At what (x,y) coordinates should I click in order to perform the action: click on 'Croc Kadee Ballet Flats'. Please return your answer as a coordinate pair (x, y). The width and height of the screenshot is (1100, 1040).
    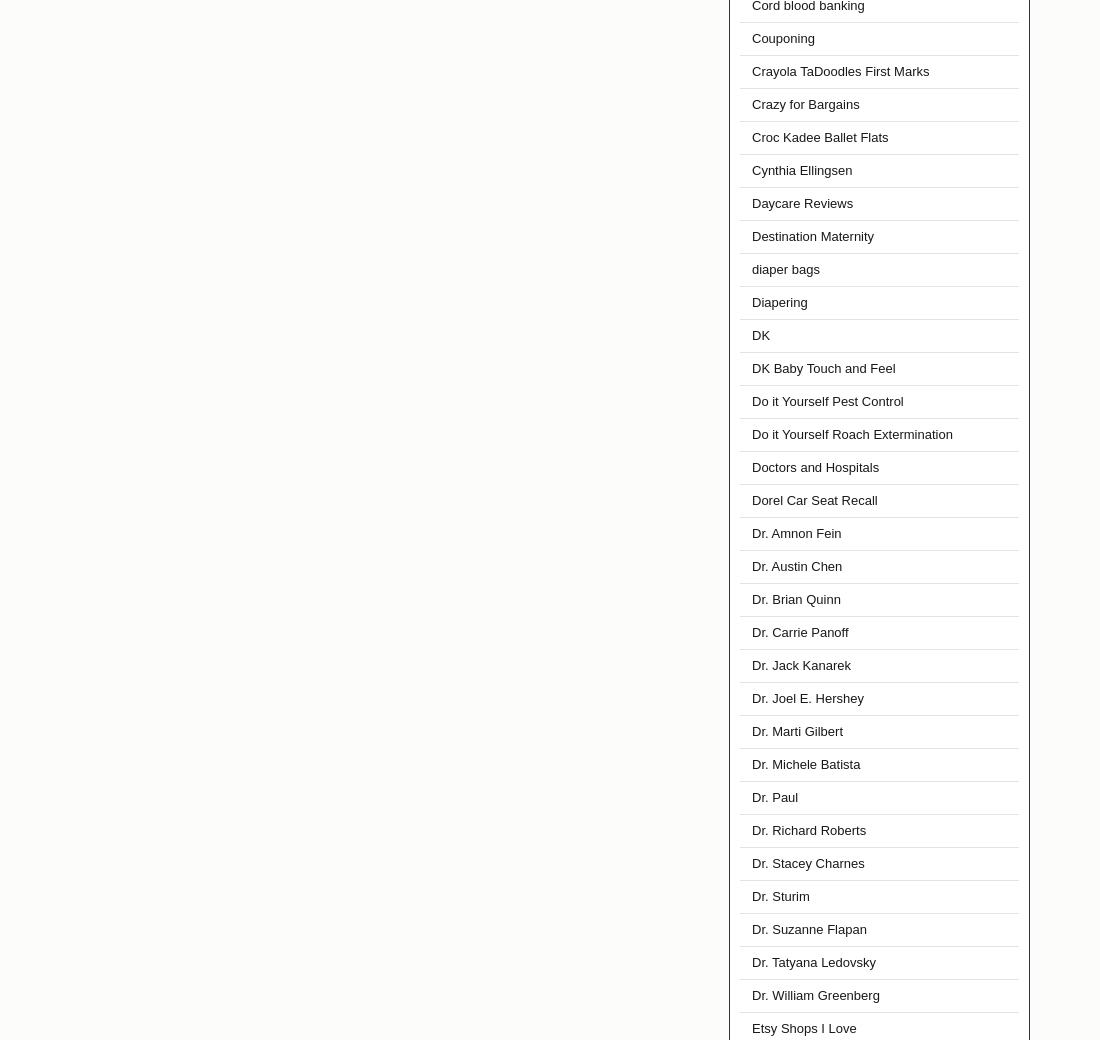
    Looking at the image, I should click on (820, 137).